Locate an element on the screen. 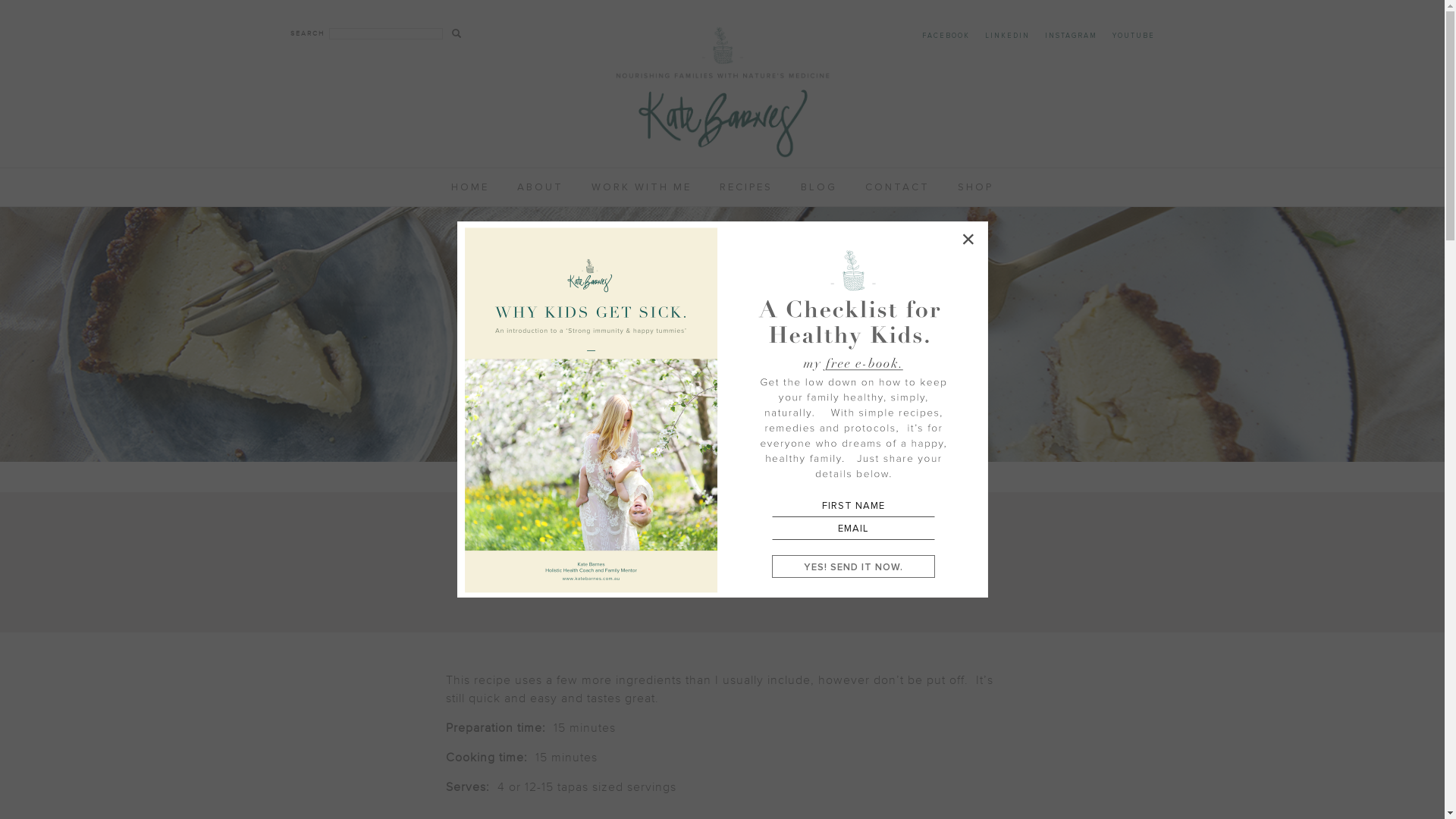  'LINKEDIN' is located at coordinates (1006, 35).